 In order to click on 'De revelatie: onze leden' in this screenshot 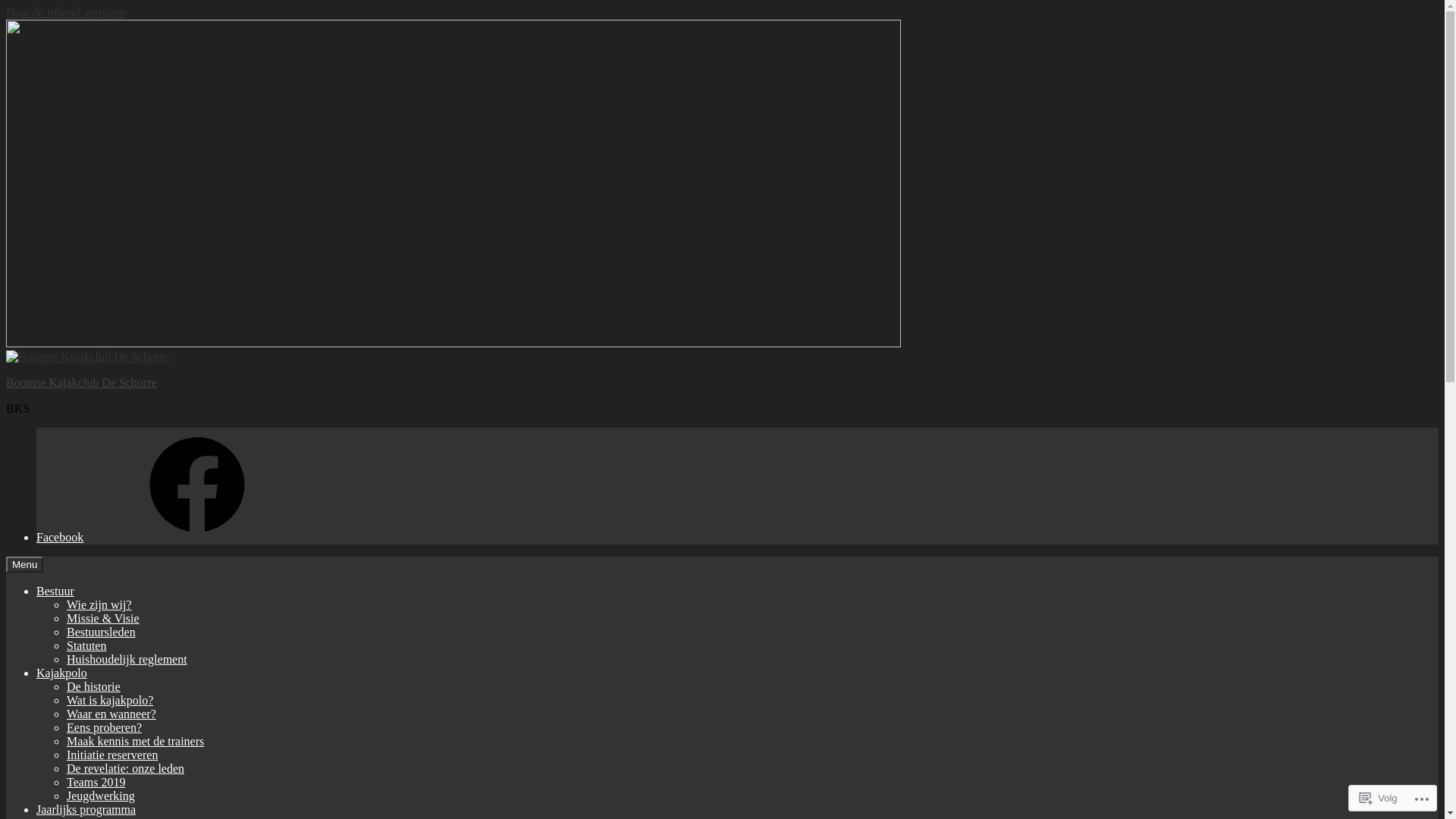, I will do `click(125, 768)`.